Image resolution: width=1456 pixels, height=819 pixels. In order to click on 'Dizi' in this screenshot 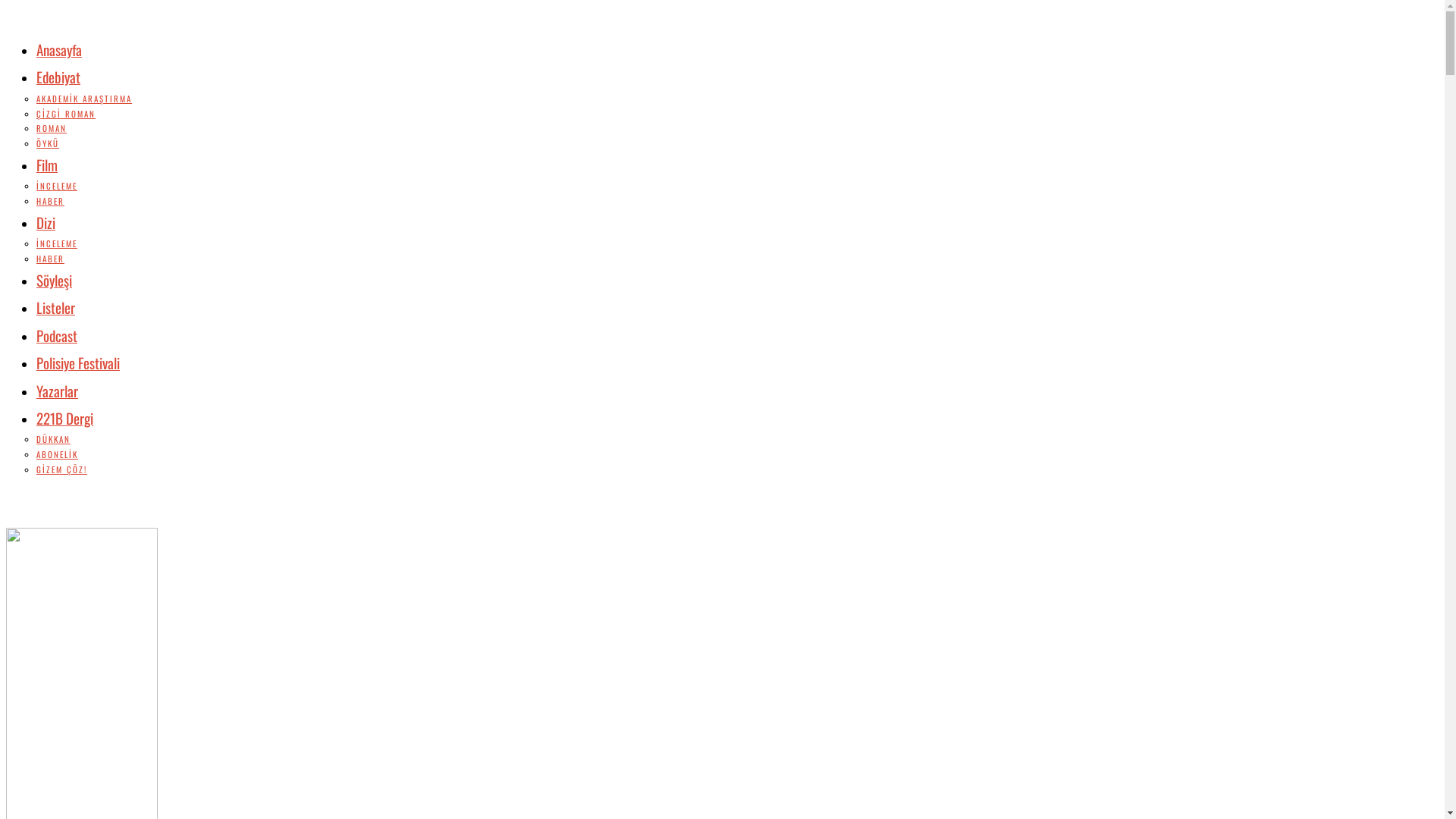, I will do `click(45, 222)`.